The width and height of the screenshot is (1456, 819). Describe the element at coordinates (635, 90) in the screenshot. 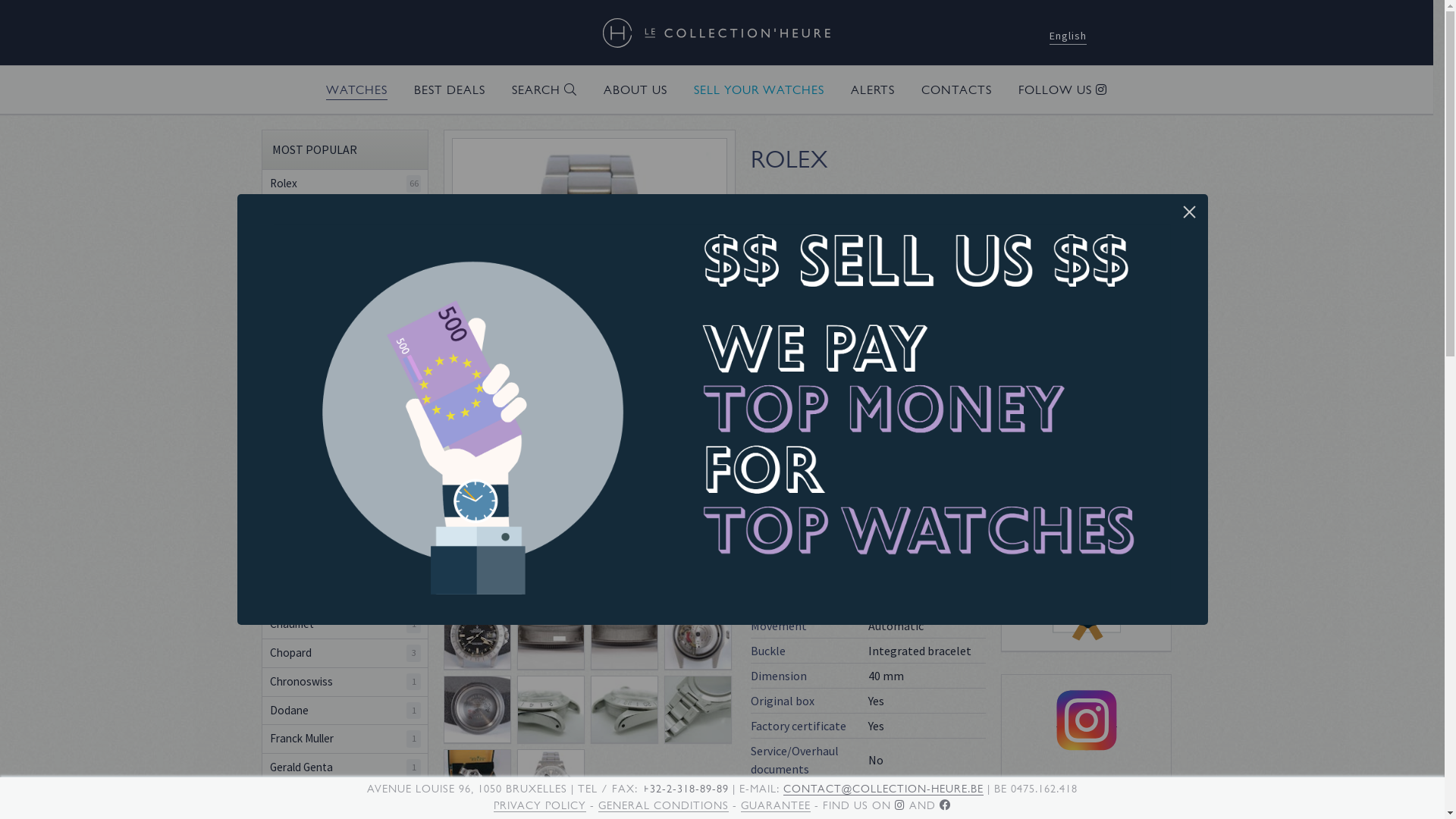

I see `'ABOUT US'` at that location.